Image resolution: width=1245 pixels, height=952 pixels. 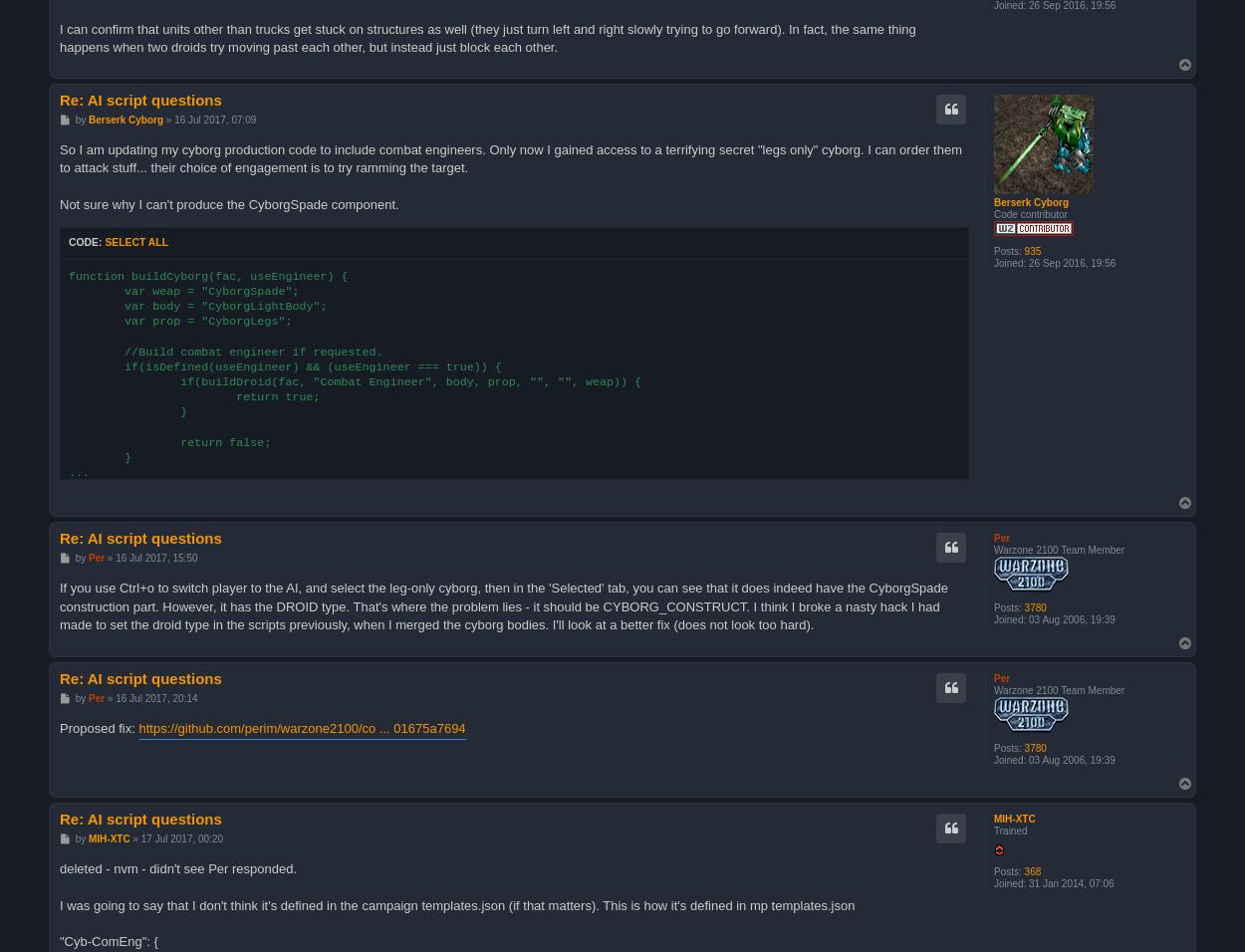 I want to click on 'Code:', so click(x=86, y=241).